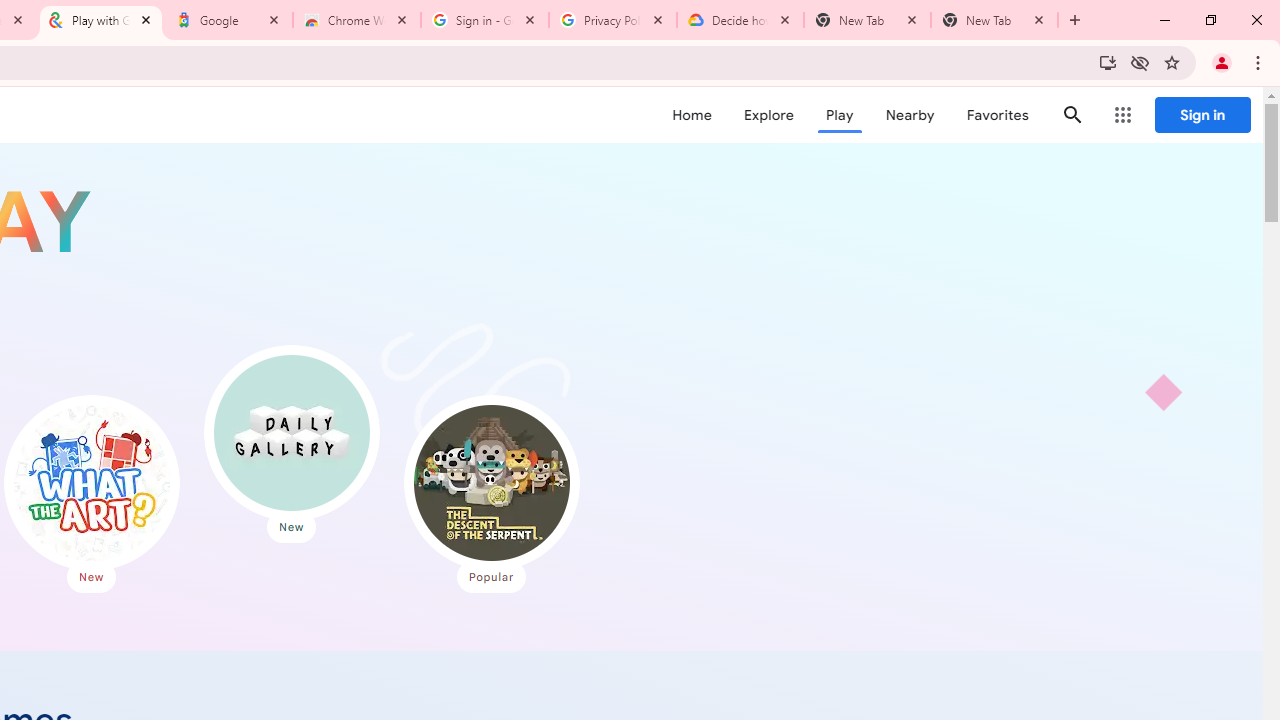  Describe the element at coordinates (290, 432) in the screenshot. I see `'Daily Gallery'` at that location.